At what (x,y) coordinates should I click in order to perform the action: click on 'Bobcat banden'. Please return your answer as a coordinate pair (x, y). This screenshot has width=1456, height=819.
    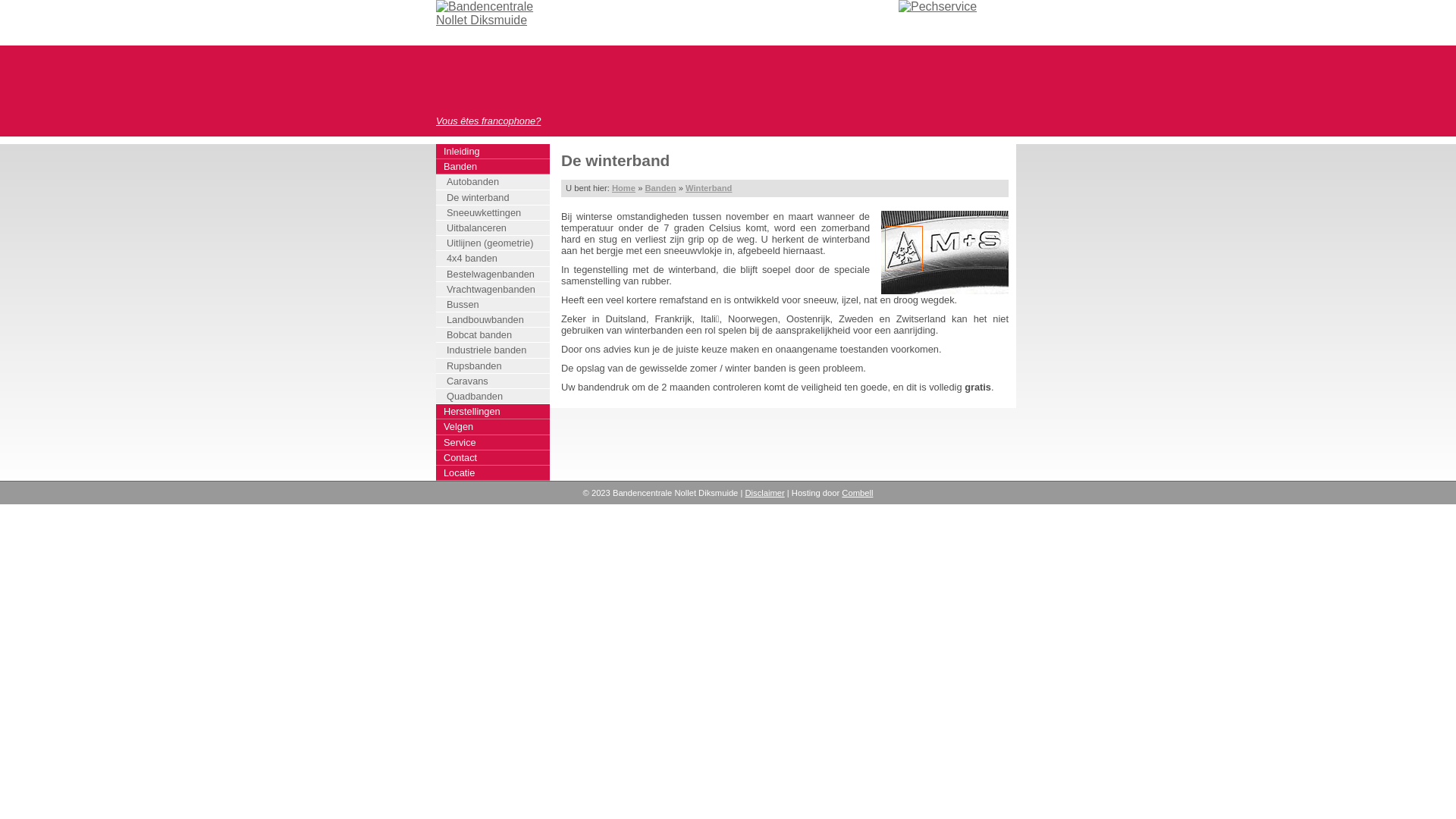
    Looking at the image, I should click on (494, 334).